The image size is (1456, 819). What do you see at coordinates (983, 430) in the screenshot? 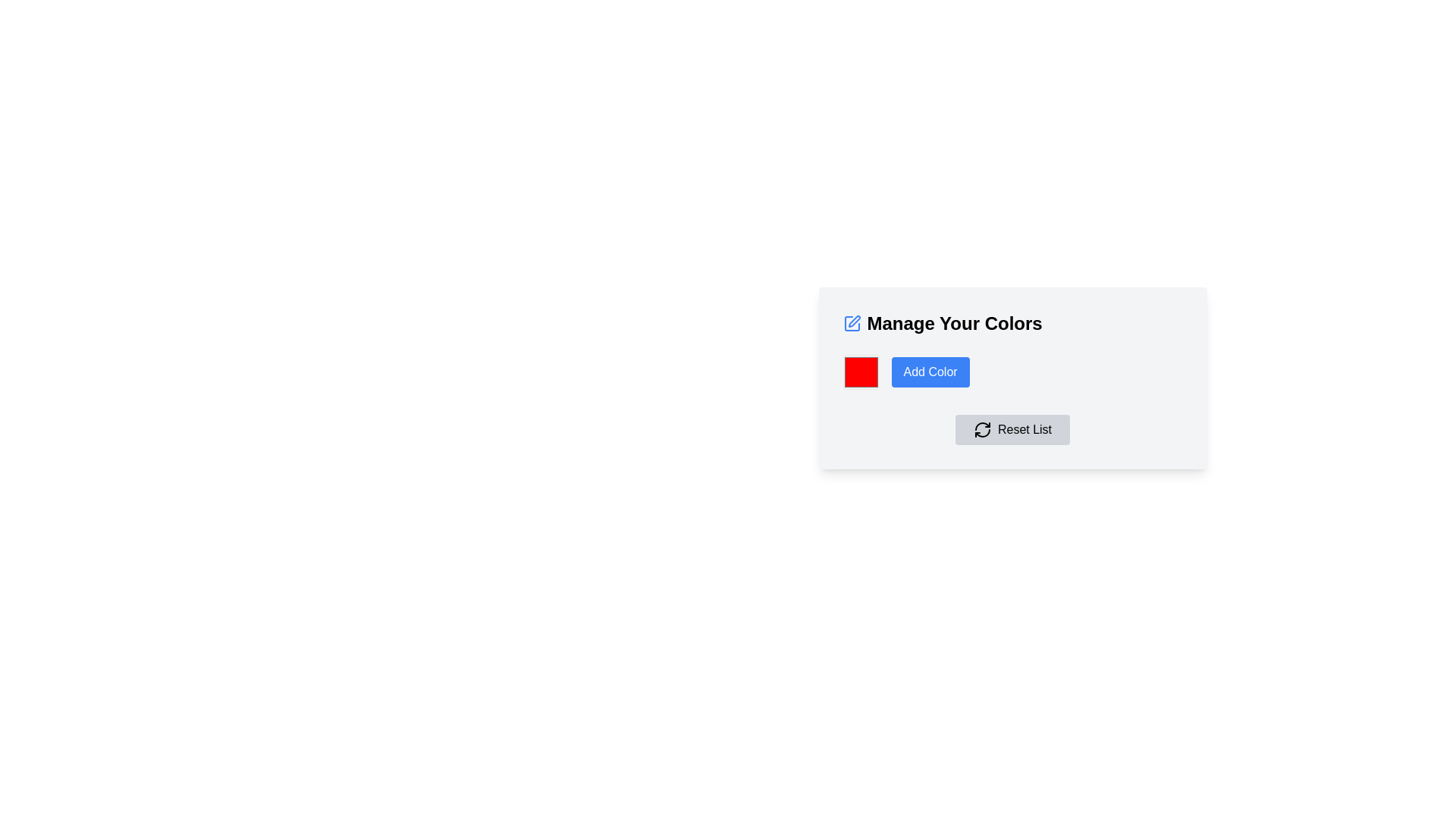
I see `the reset icon located on the left side of the 'Reset List' button within the 'Manage Your Colors' section` at bounding box center [983, 430].